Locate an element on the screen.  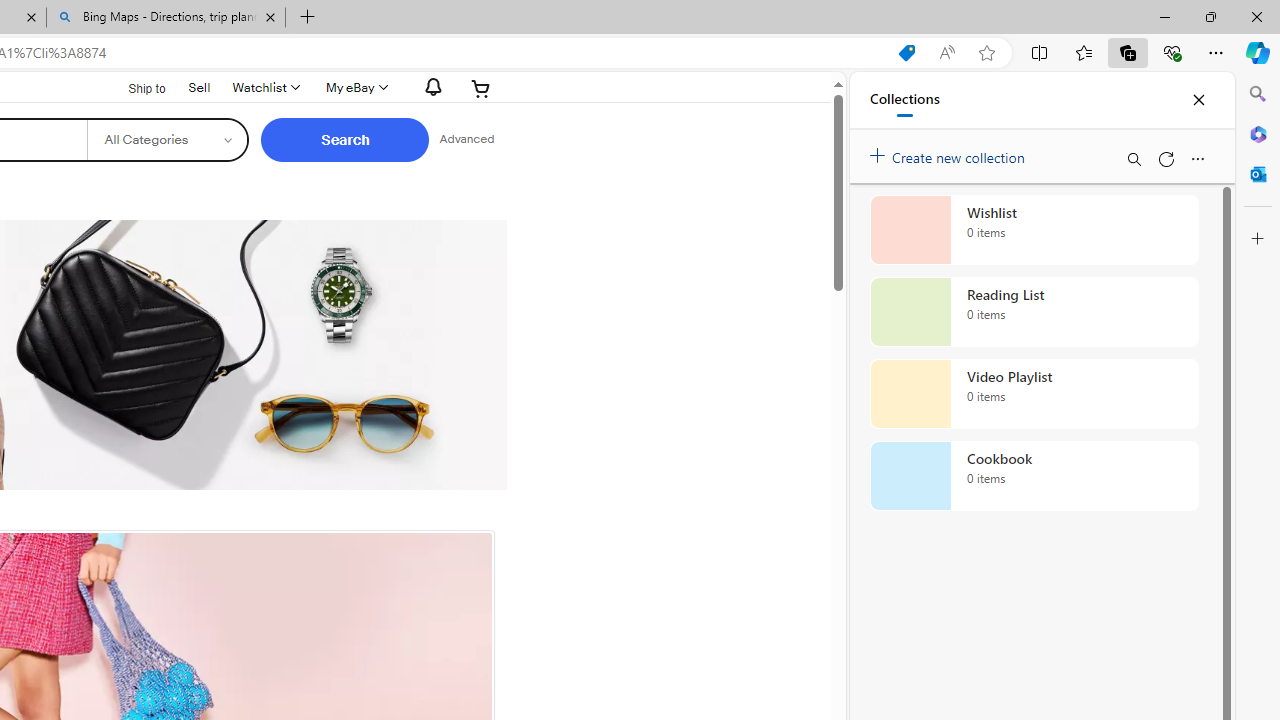
'Watchlist' is located at coordinates (263, 87).